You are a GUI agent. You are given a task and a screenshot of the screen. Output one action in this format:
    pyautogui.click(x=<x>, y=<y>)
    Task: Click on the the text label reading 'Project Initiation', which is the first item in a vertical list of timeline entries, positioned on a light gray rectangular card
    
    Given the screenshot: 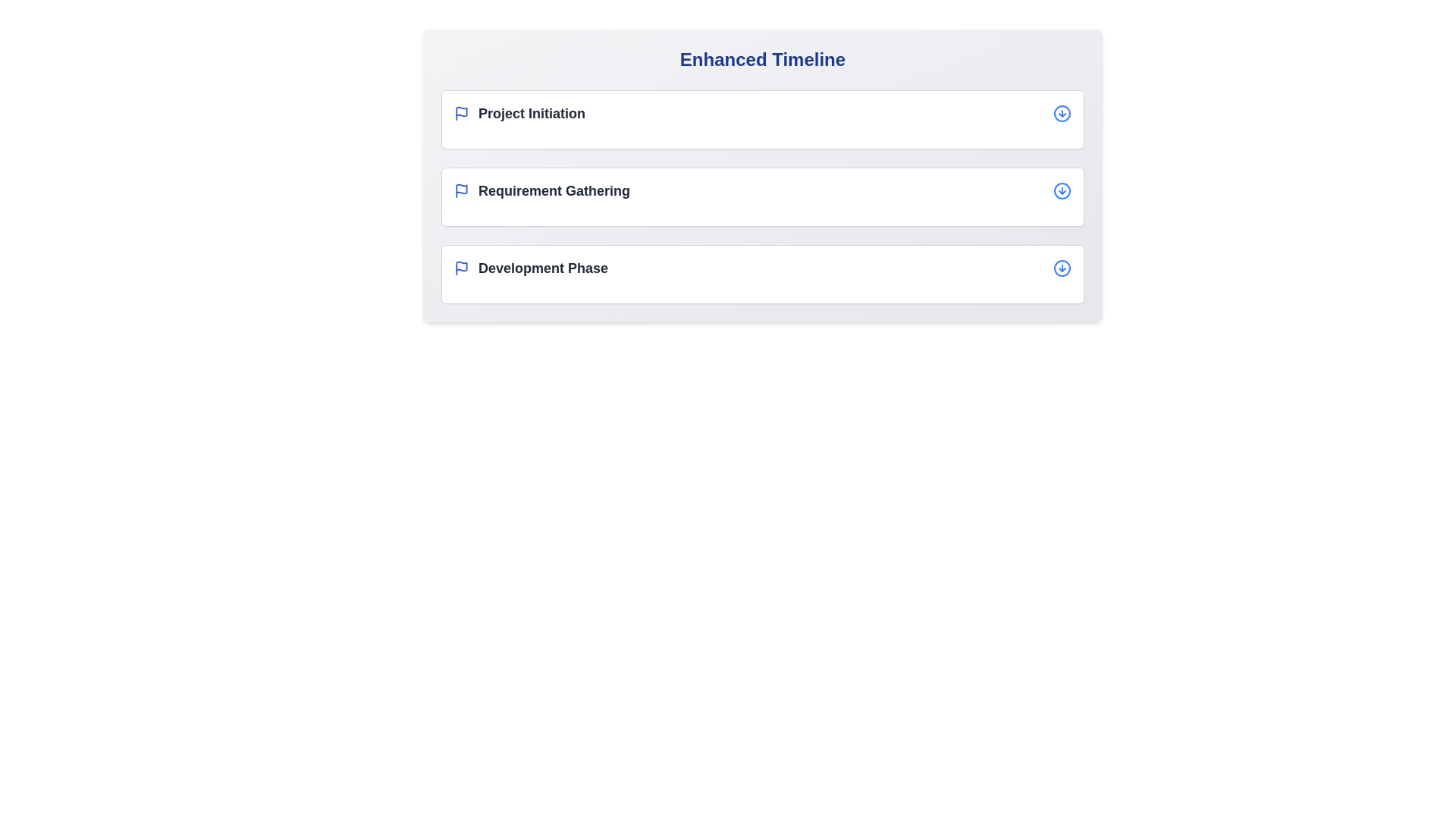 What is the action you would take?
    pyautogui.click(x=532, y=113)
    